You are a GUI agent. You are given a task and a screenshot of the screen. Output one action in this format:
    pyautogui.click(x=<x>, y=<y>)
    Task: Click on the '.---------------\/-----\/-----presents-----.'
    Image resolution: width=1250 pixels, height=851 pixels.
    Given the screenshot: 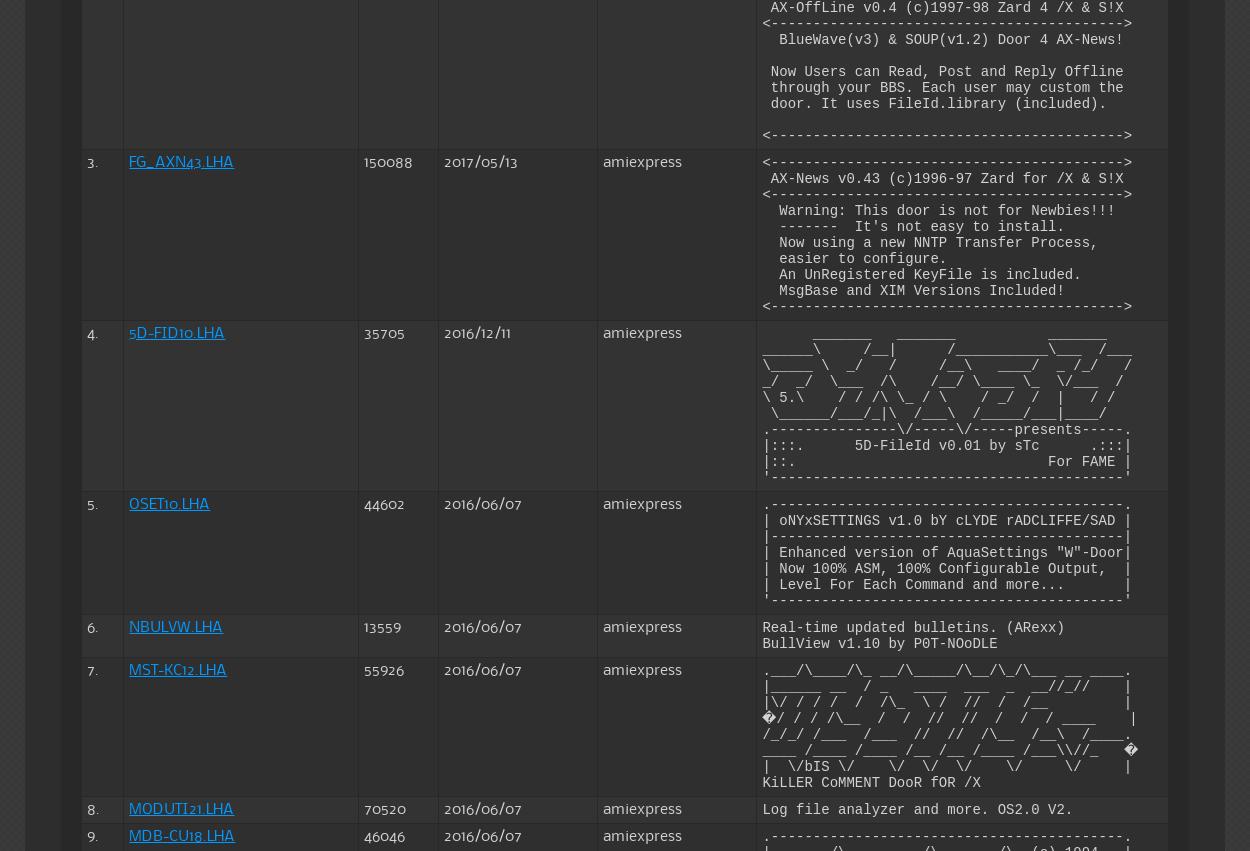 What is the action you would take?
    pyautogui.click(x=946, y=428)
    